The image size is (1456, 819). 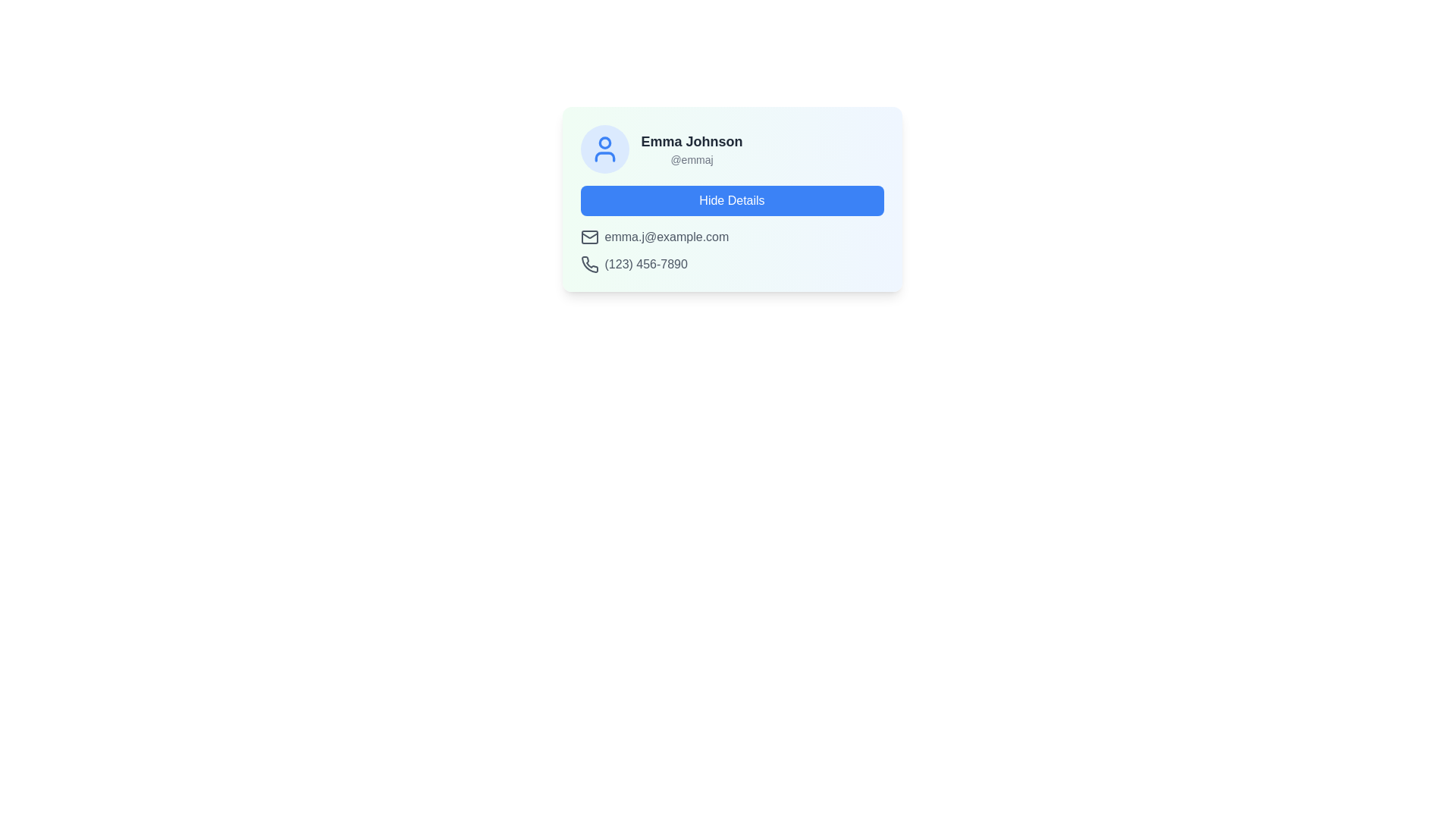 I want to click on the telephone receiver icon with a dark gray stroke, positioned to the left of the phone number '(123) 456-7890' in the contact detail card, so click(x=588, y=263).